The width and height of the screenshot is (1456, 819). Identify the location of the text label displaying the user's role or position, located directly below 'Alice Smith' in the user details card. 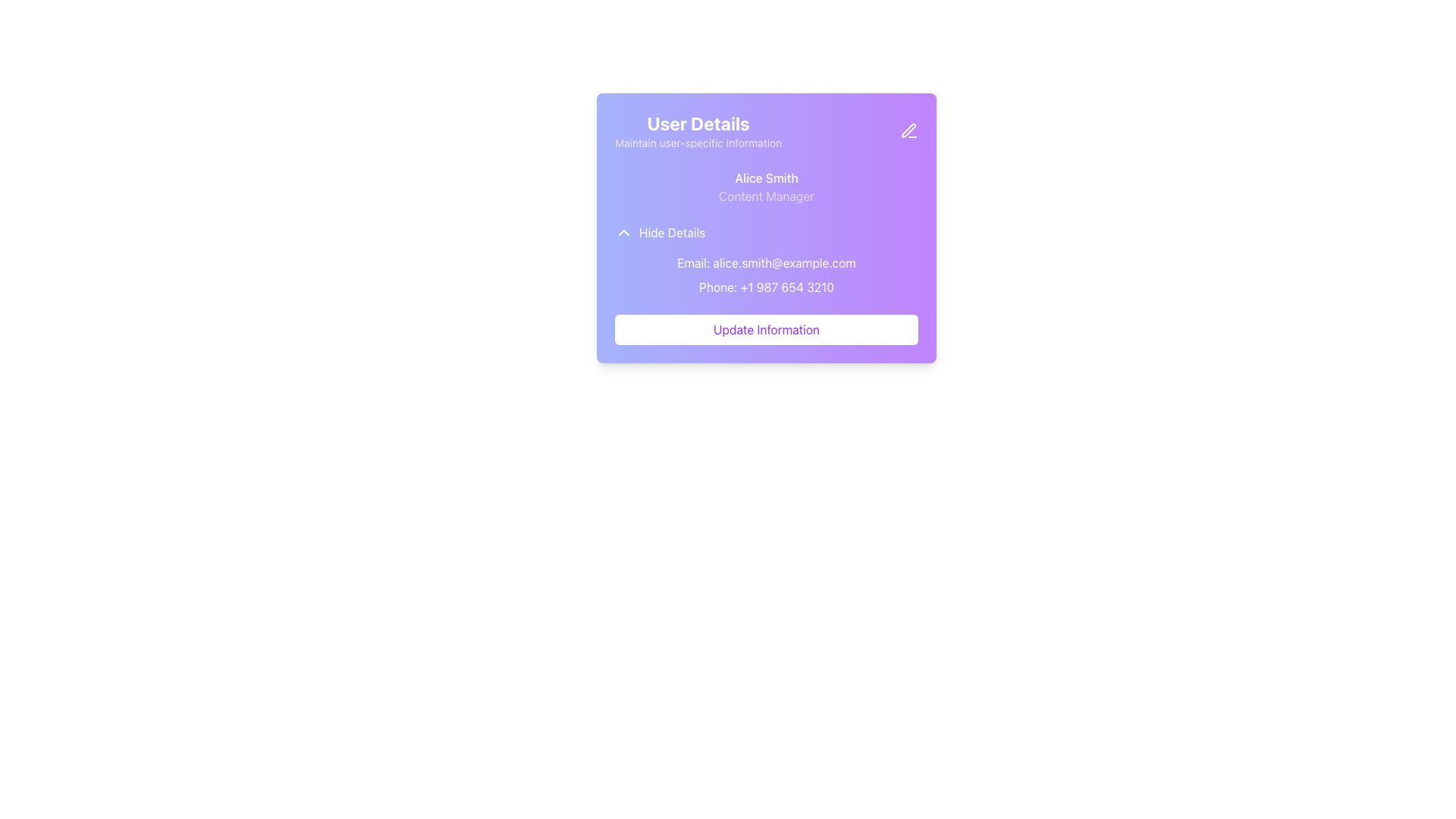
(767, 195).